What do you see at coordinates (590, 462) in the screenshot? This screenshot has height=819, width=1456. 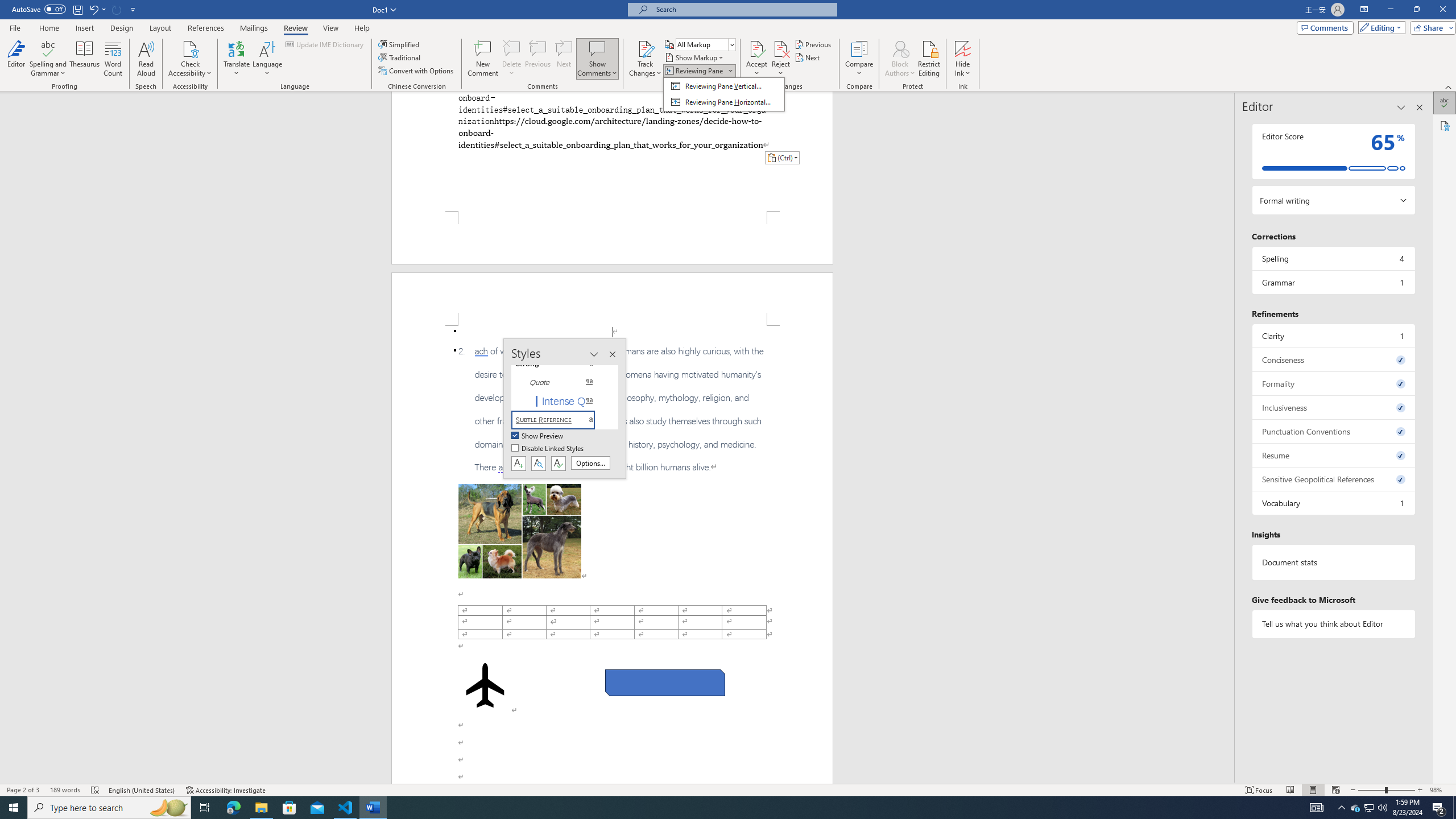 I see `'Options...'` at bounding box center [590, 462].